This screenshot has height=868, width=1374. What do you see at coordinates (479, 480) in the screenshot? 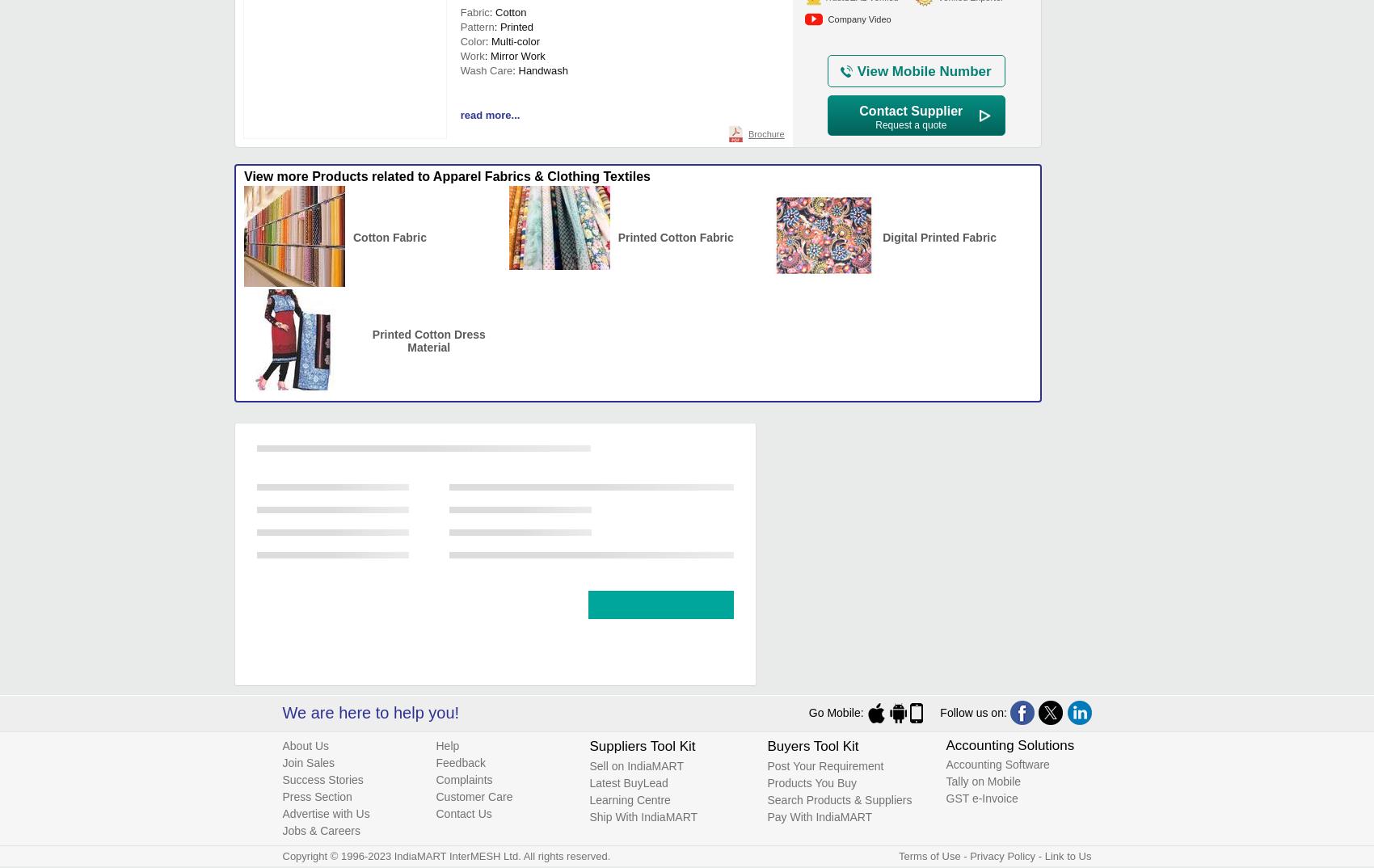
I see `'₹ 705/'` at bounding box center [479, 480].